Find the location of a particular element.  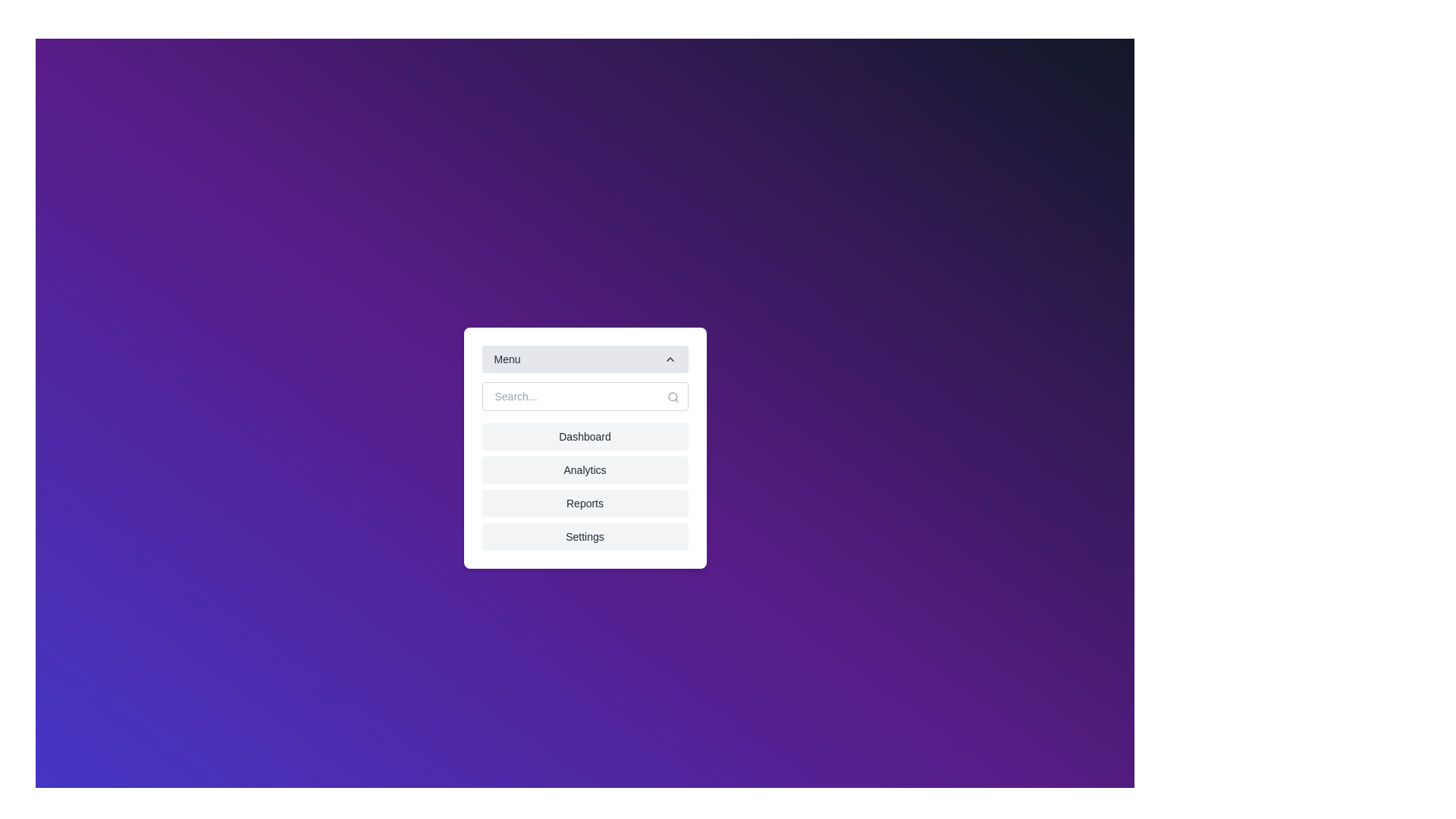

the 'Menu' button to toggle the menu visibility is located at coordinates (584, 359).